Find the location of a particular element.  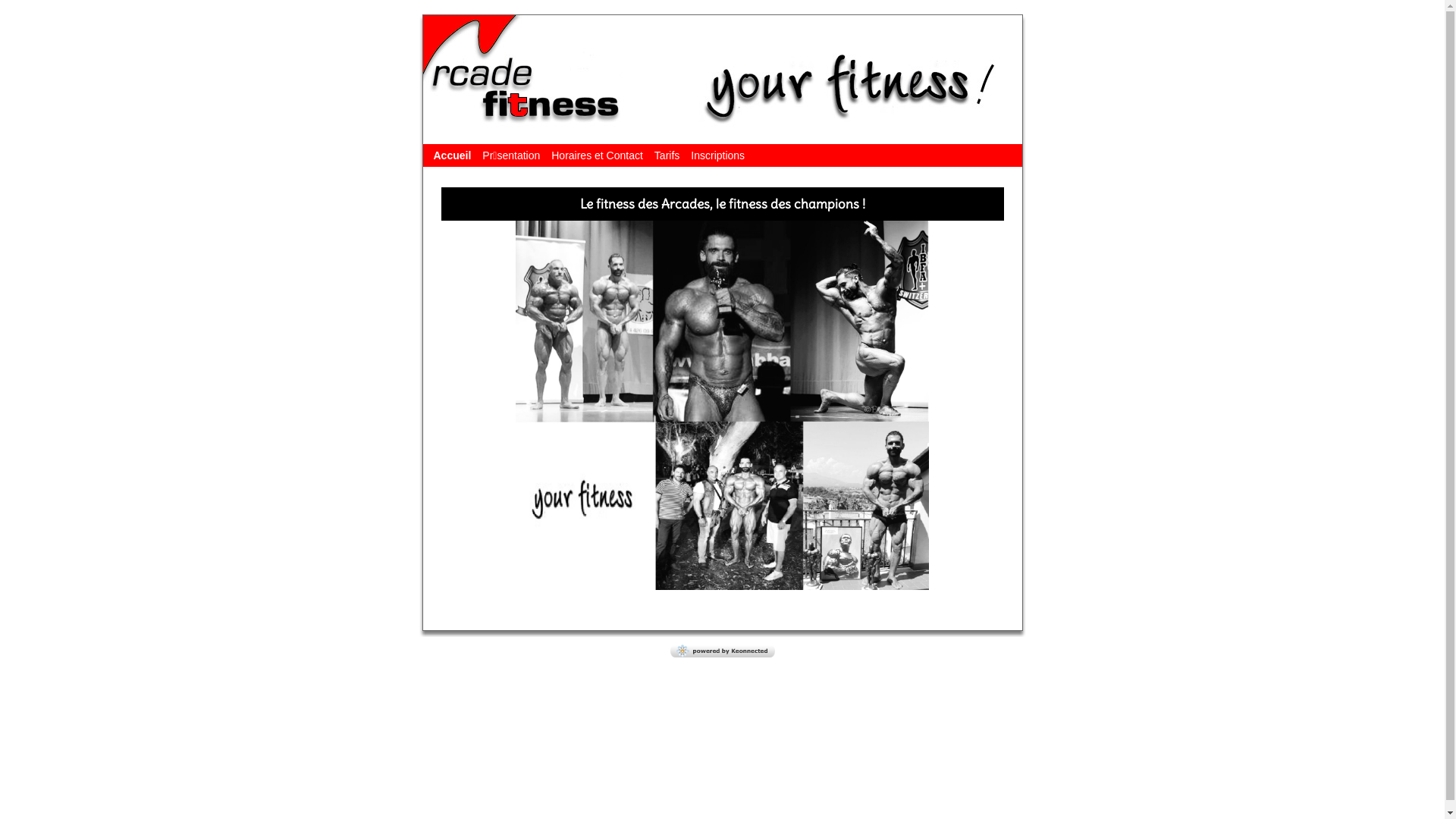

'Horaires et Contact' is located at coordinates (596, 155).